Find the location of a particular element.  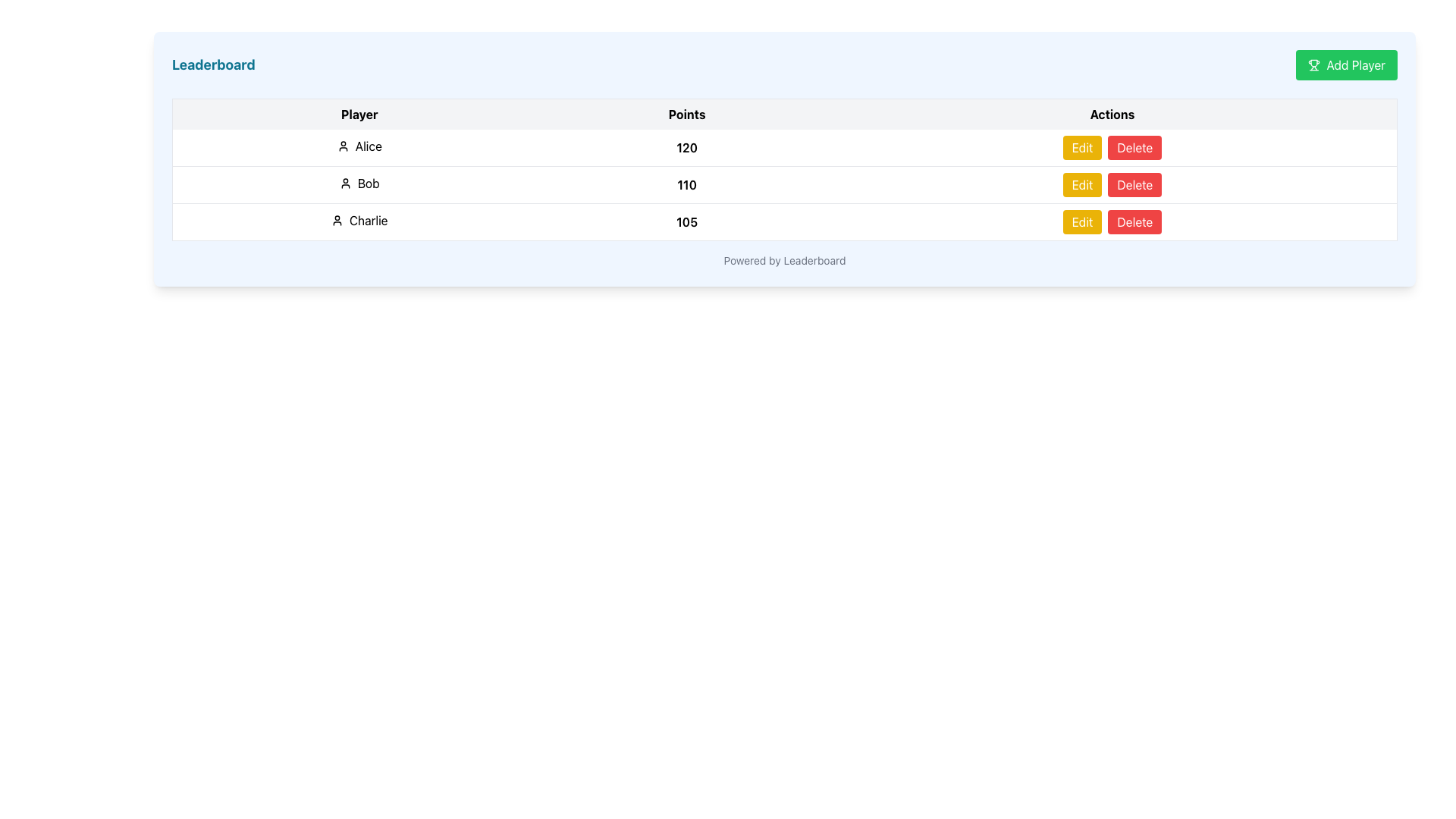

the numeric text field displaying '120' in bold font, located in the 'Points' column of the first row corresponding to user 'Alice' is located at coordinates (686, 148).